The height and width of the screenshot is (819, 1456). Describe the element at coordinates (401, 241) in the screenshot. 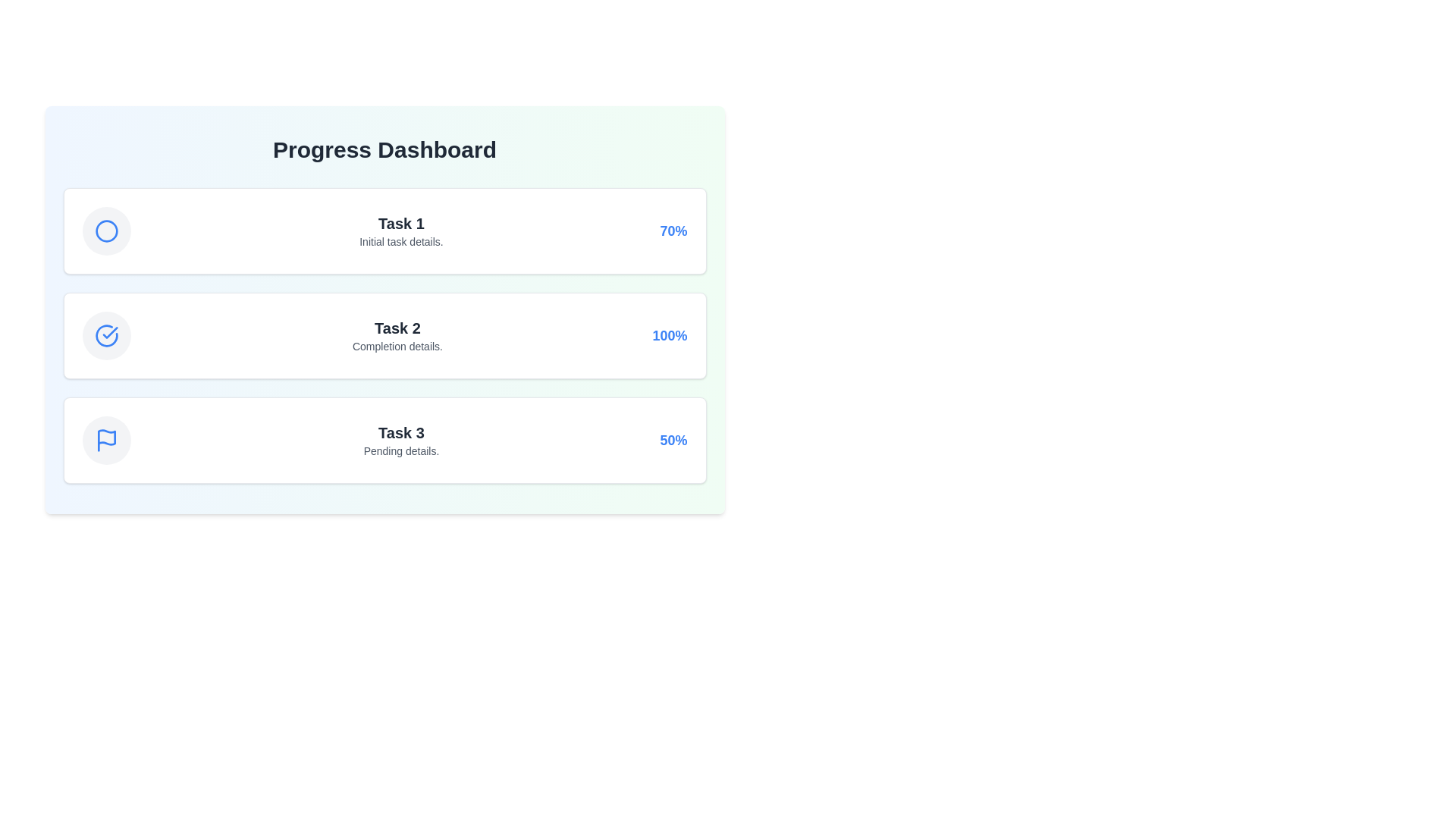

I see `supplementary text label providing information about 'Task 1', located directly beneath the title text within the task section` at that location.